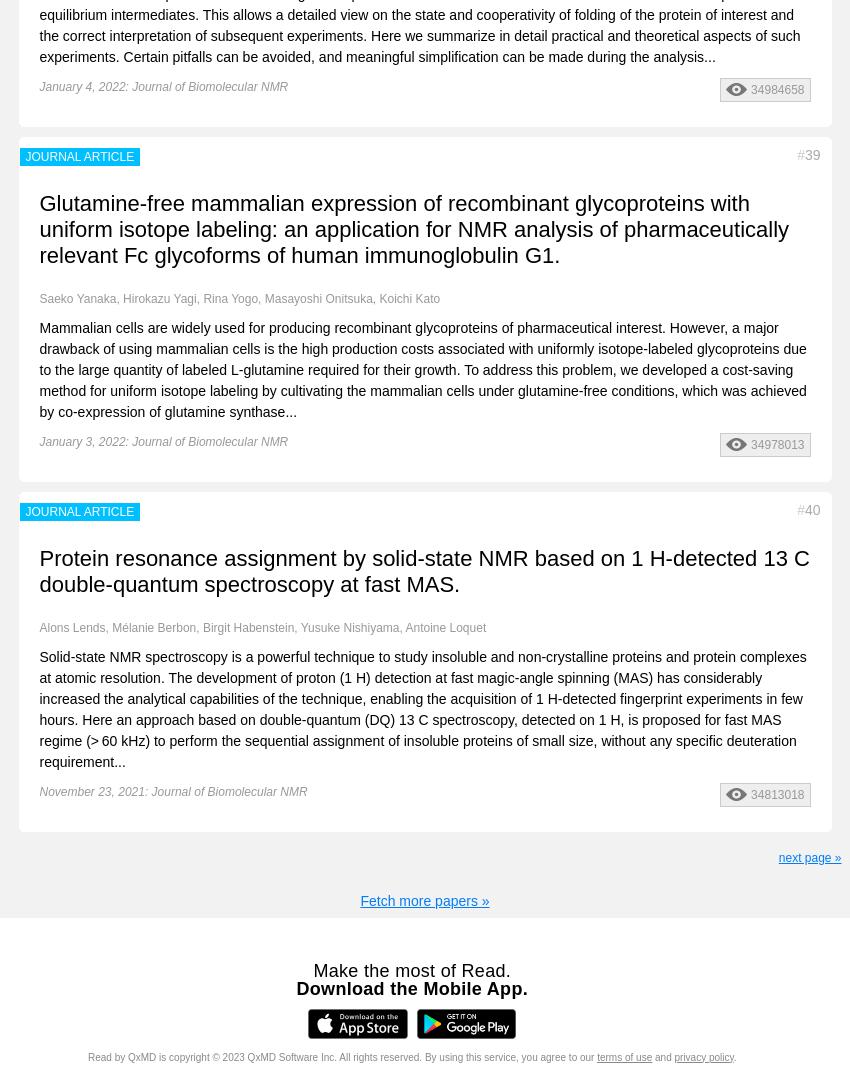 Image resolution: width=850 pixels, height=1071 pixels. I want to click on 'Mammalian cells are widely used for producing recombinant glycoproteins of pharmaceutical interest. However, a major drawback of using mammalian cells is the high production costs associated with uniformly isotope-labeled glycoproteins due to the large quantity of labeled L-glutamine required for their growth. To address this problem, we developed a cost-saving method for uniform isotope labeling by cultivating the mammalian cells under glutamine-free conditions, which was achieved by co-expression of glutamine synthase...', so click(422, 367).